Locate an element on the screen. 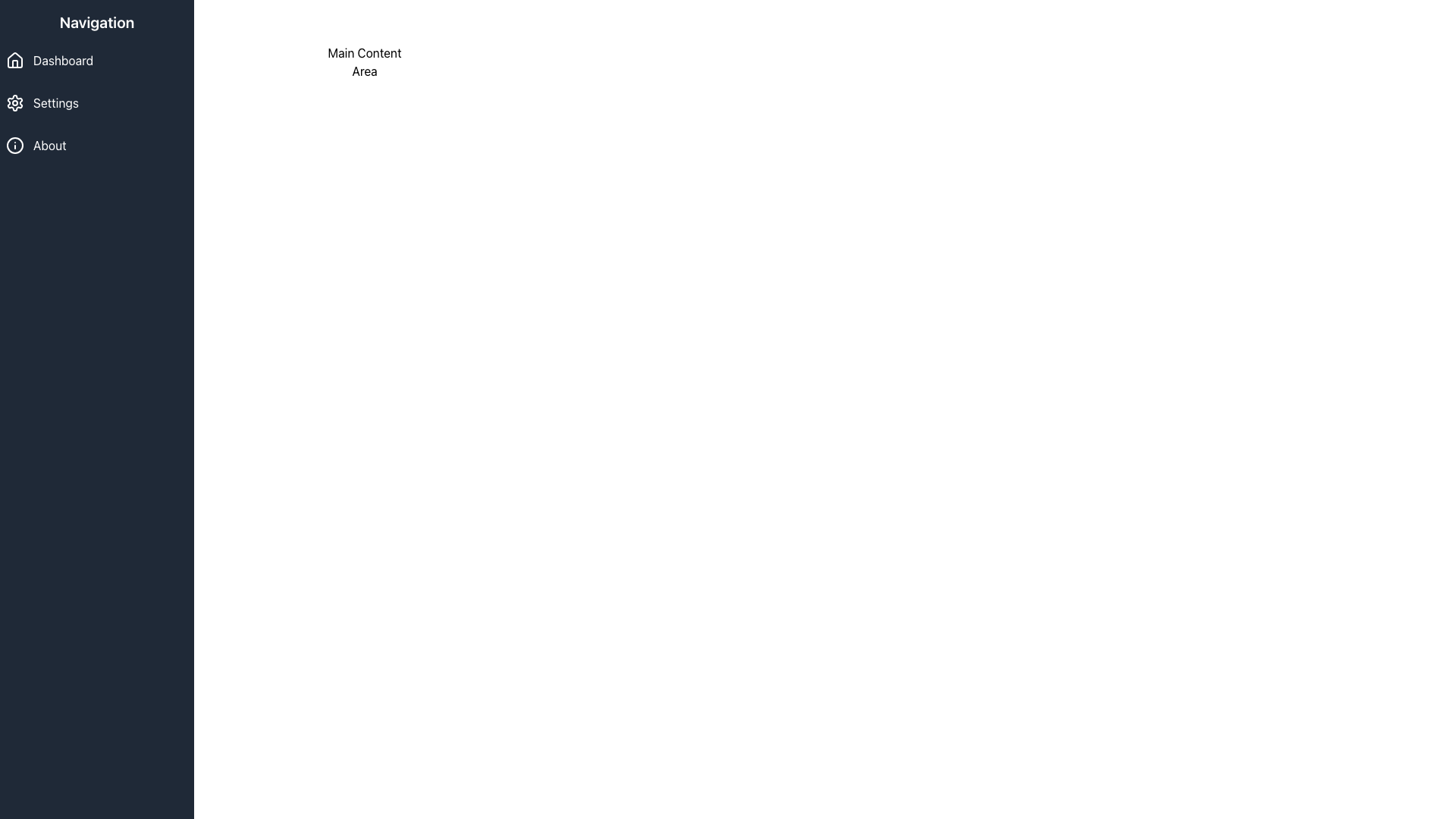  the rectangular base of the house-shaped icon indicating the 'Dashboard' menu item in the vertical navigation bar is located at coordinates (14, 63).